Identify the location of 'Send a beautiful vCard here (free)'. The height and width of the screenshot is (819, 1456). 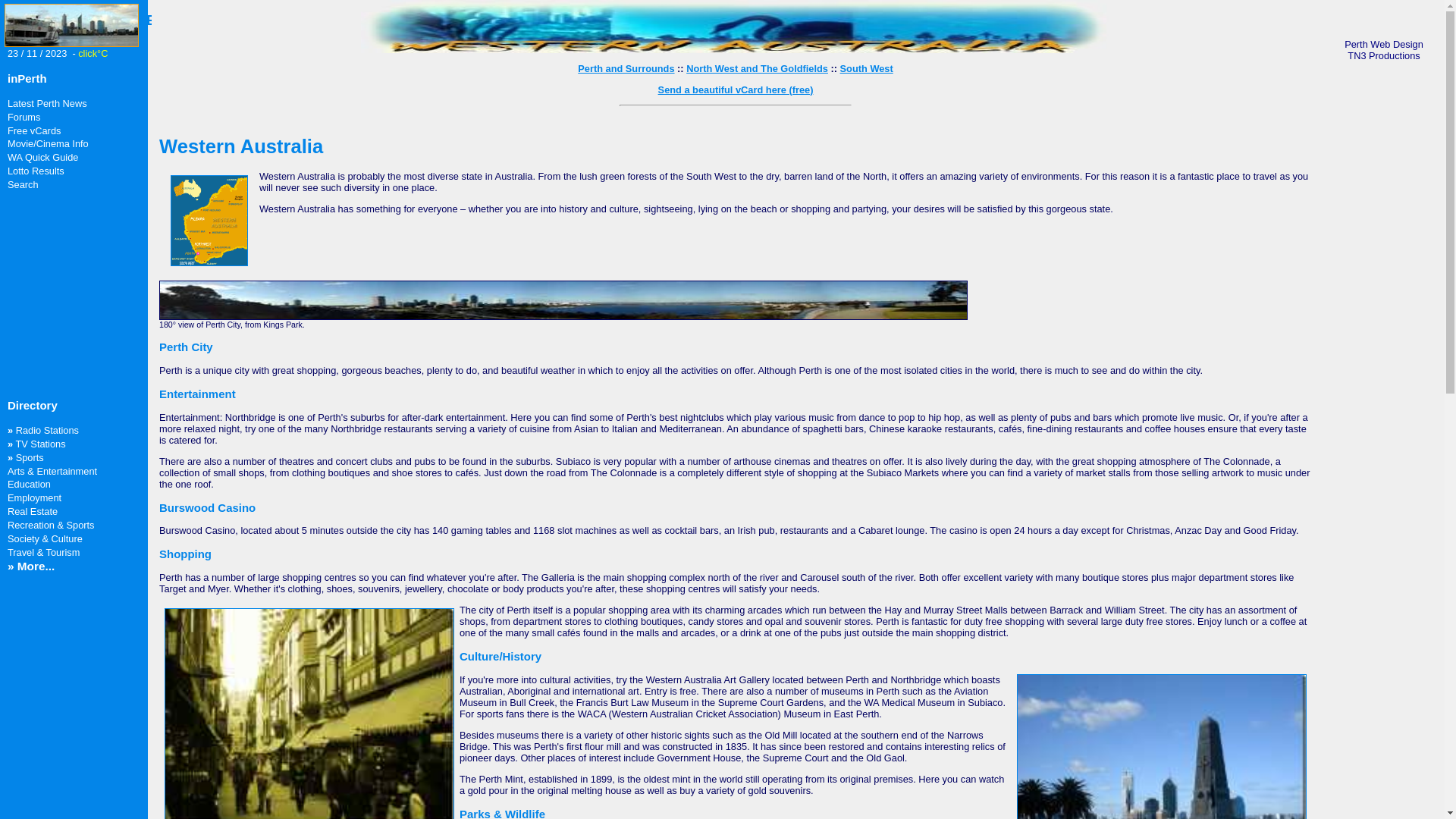
(658, 89).